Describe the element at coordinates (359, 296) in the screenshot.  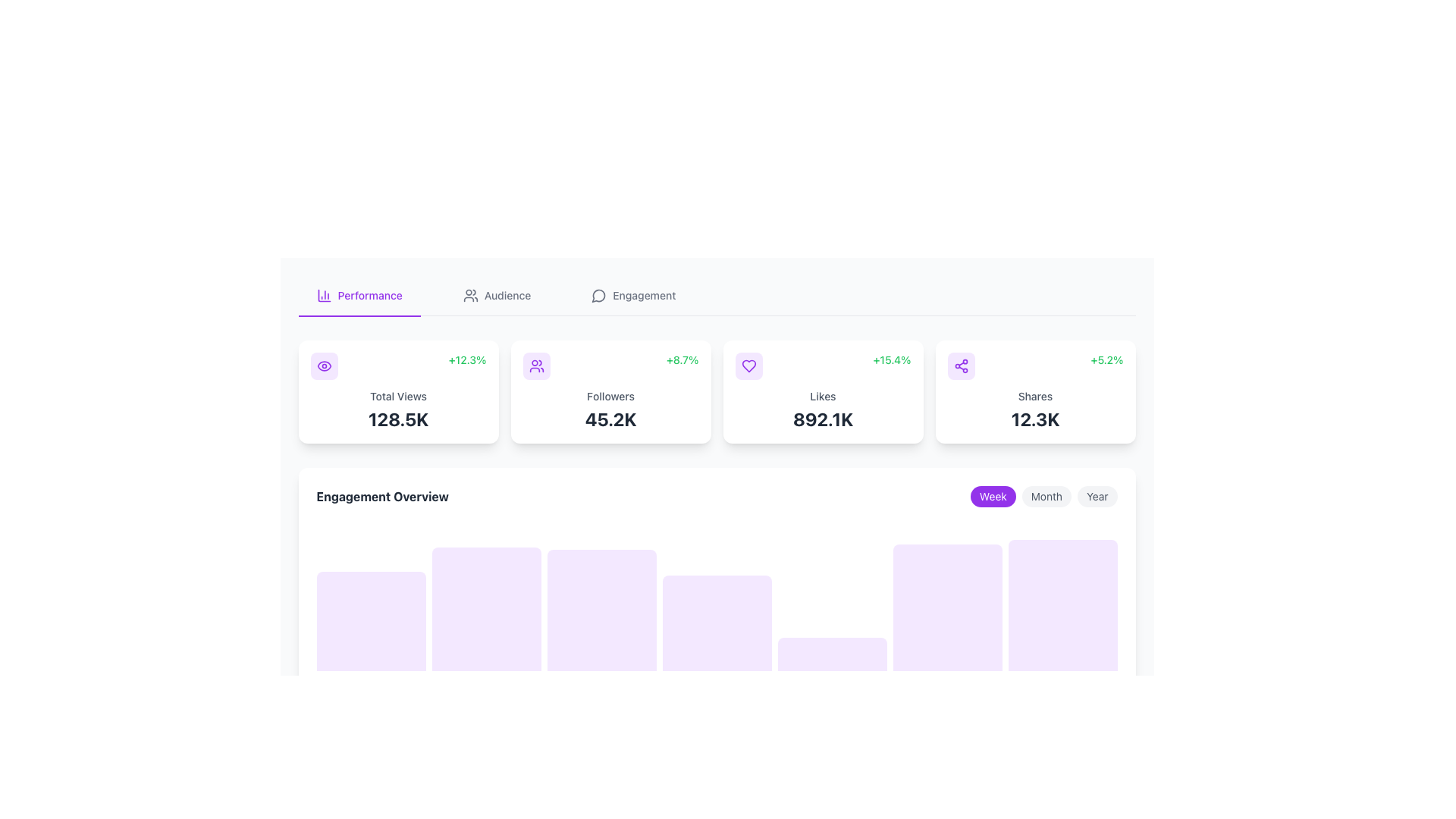
I see `the 'Performance' navigation tab, which is the first tab in the navigation bar, emphasized with a bolder font and purple underline` at that location.